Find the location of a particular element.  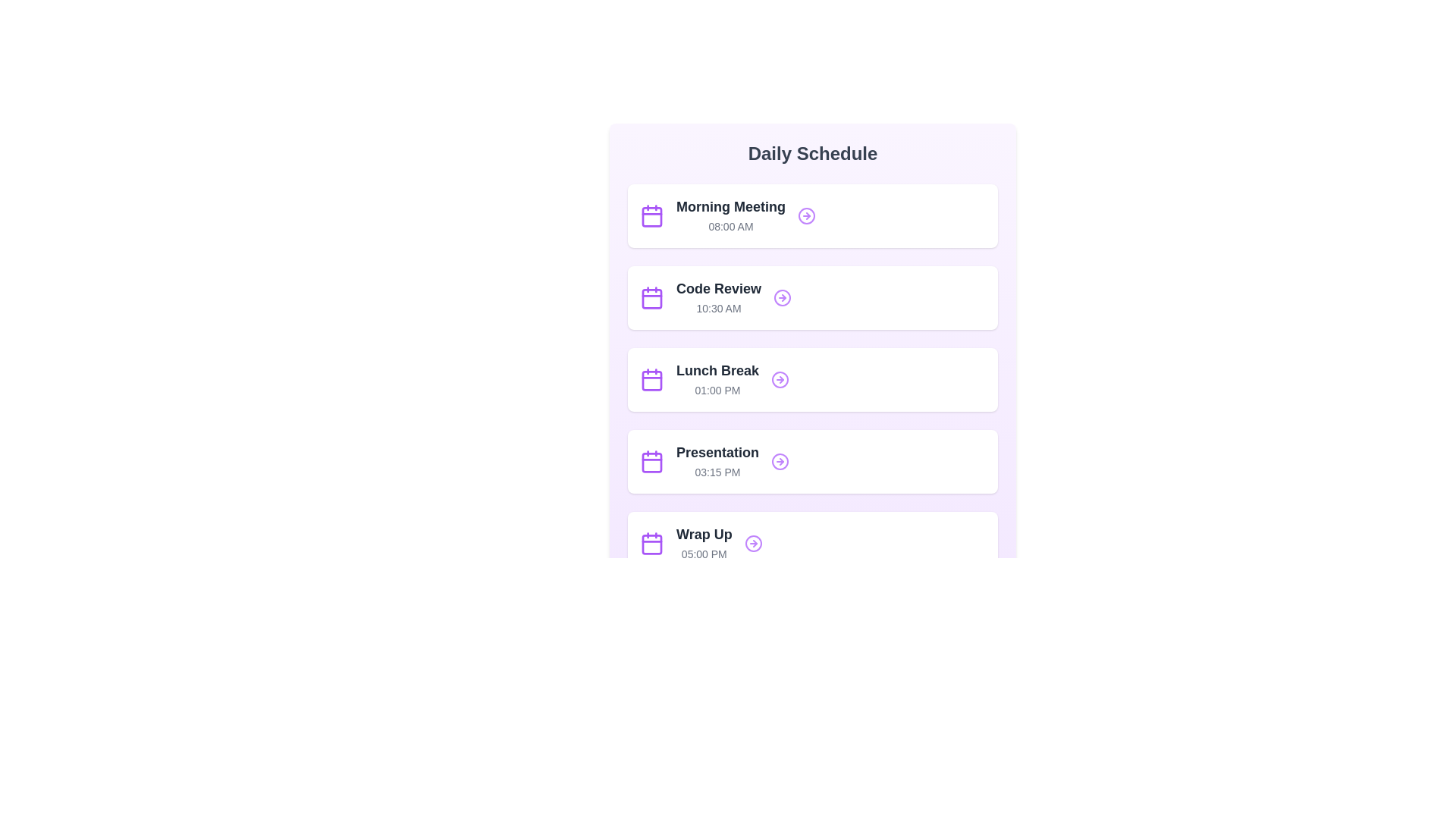

the icon button located in the 'Code Review' row, aligned horizontally with the 'Code Review' title and '10:30 AM' time is located at coordinates (783, 298).